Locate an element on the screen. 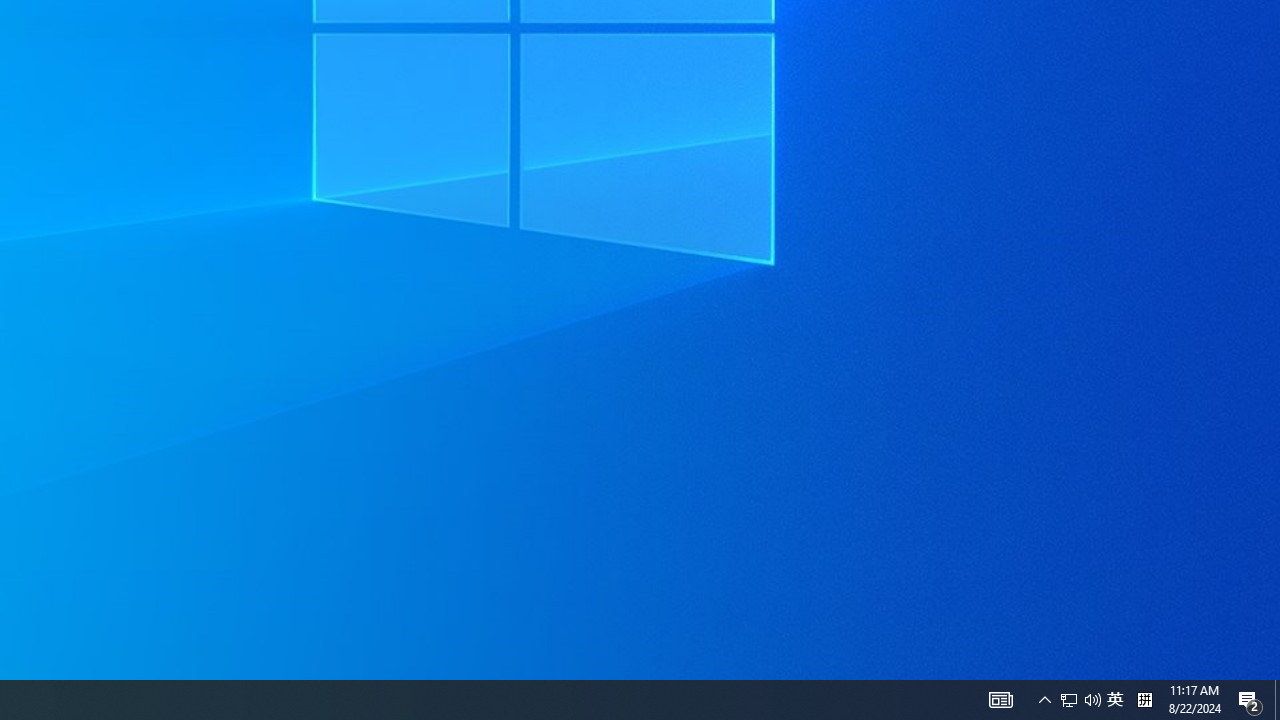  'Q2790: 100%' is located at coordinates (1068, 698).